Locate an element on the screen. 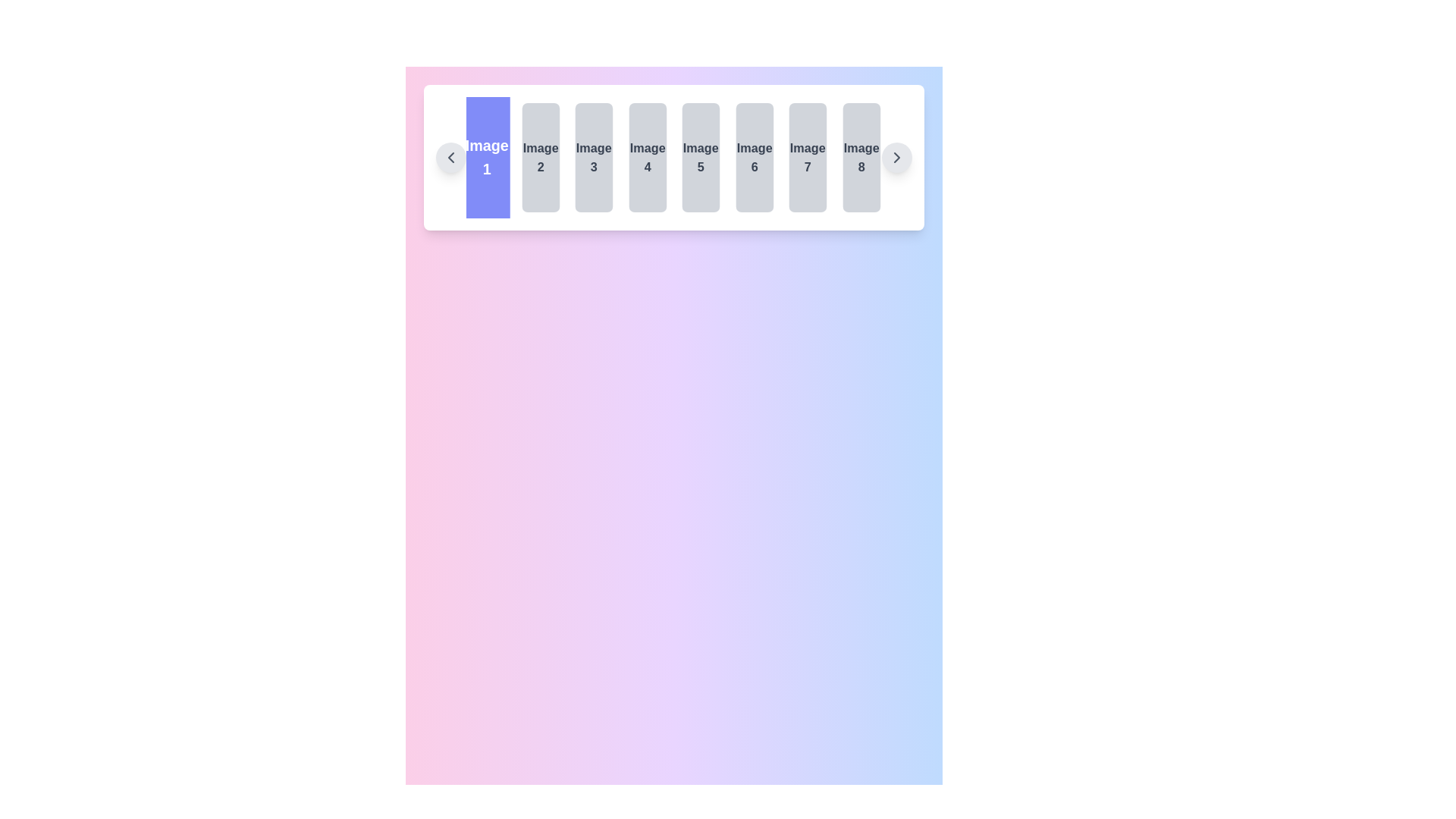  the left navigation button in the carousel is located at coordinates (450, 158).